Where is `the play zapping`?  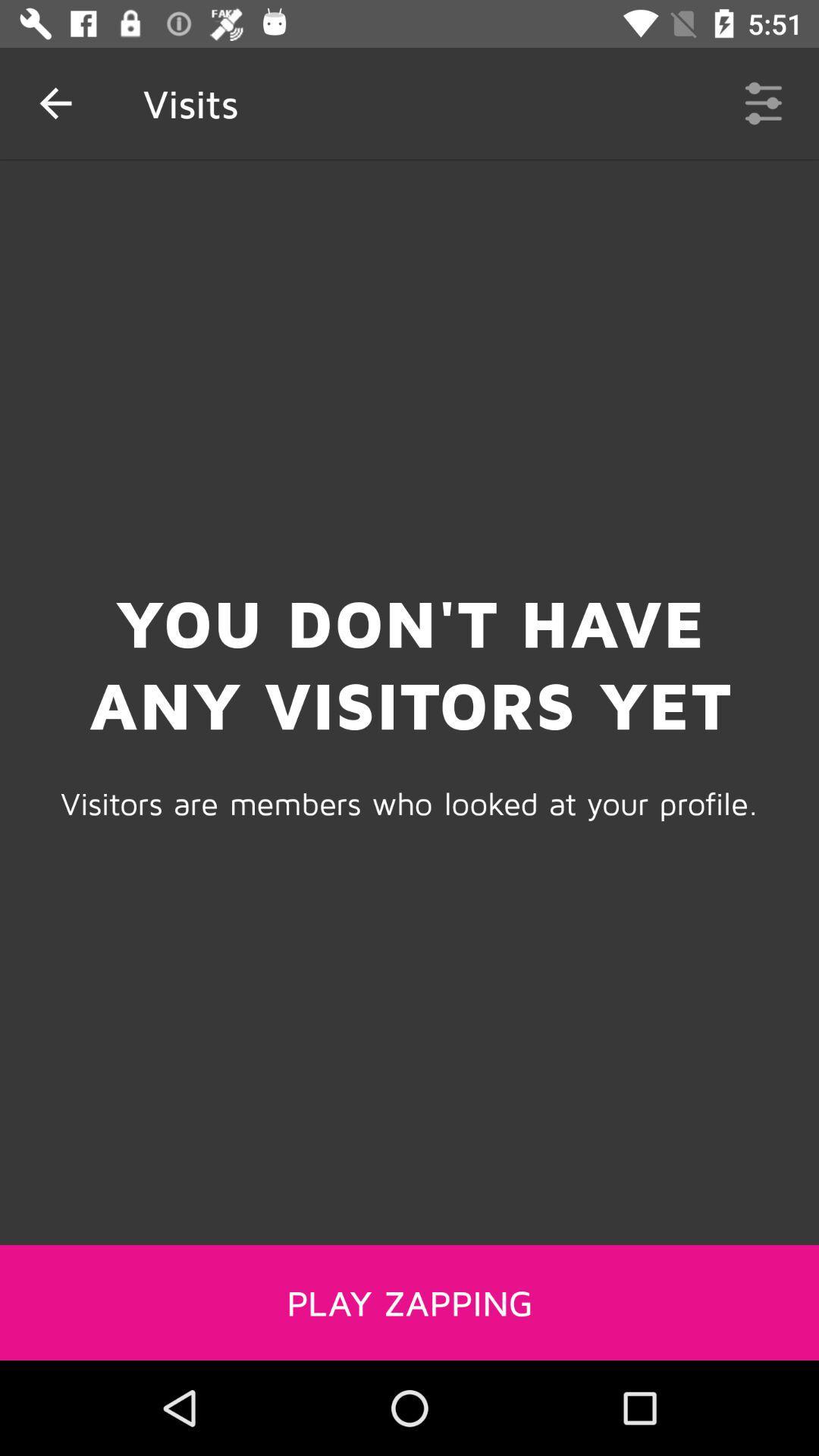 the play zapping is located at coordinates (409, 1301).